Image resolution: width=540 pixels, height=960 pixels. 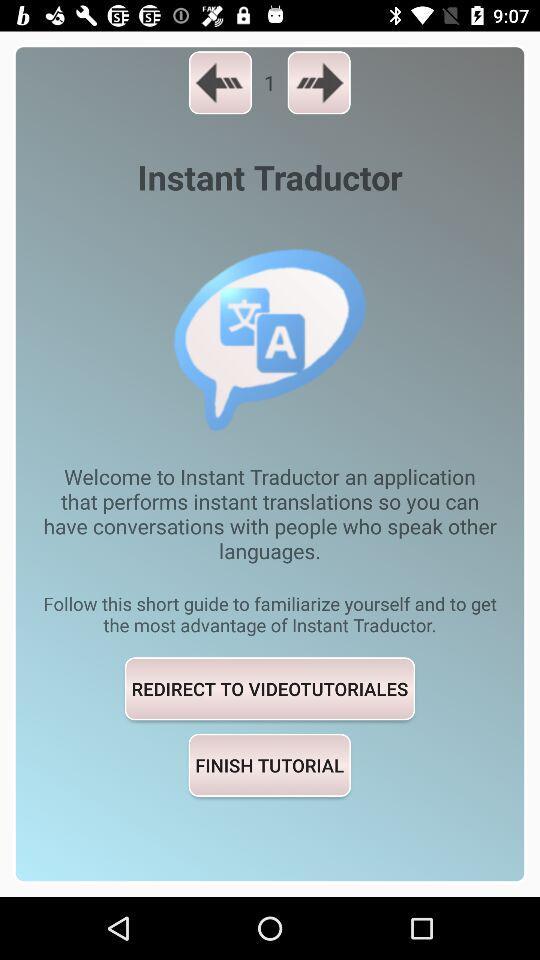 I want to click on the finish tutorial, so click(x=269, y=764).